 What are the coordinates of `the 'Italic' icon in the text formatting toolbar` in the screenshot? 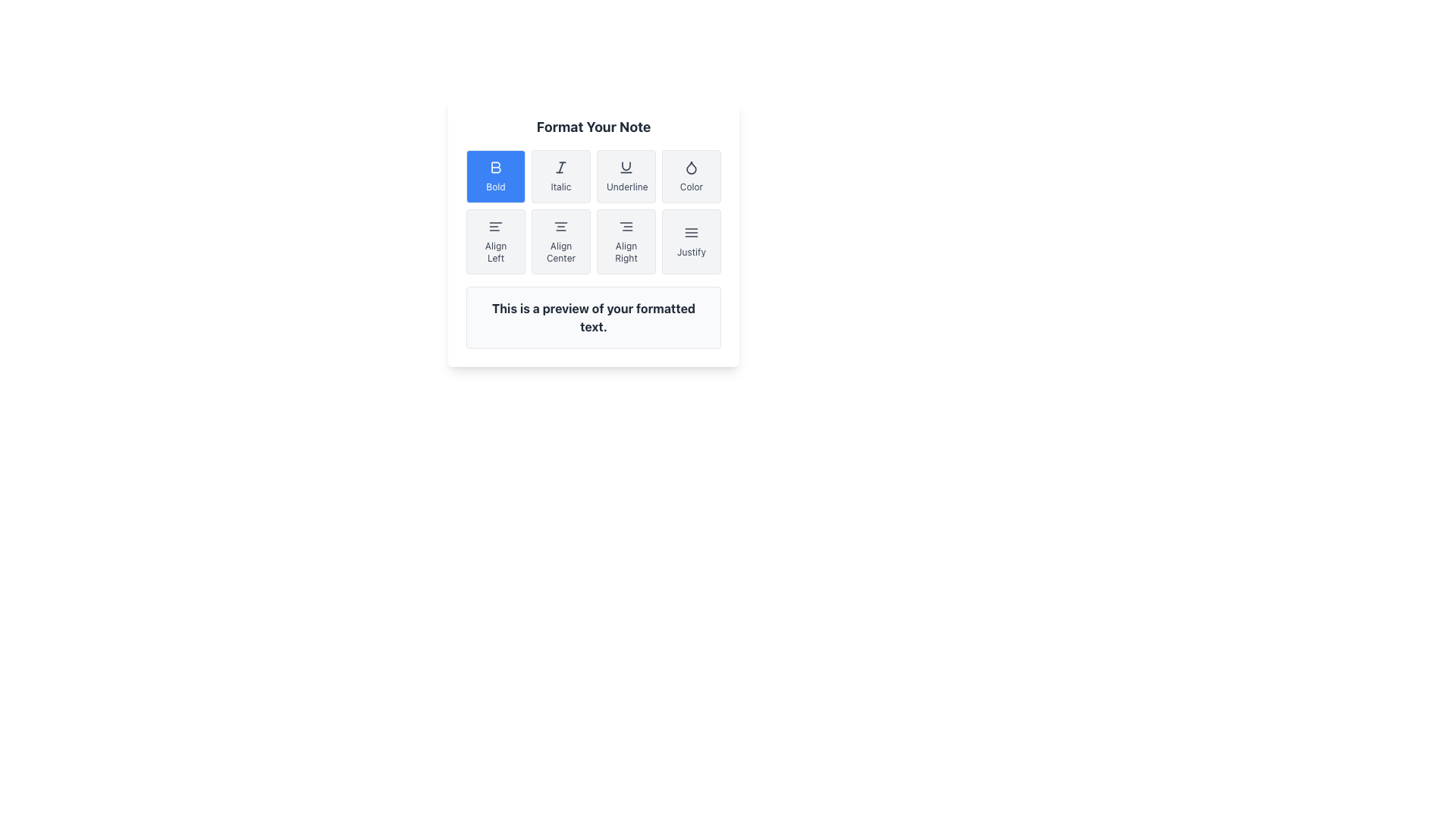 It's located at (560, 167).